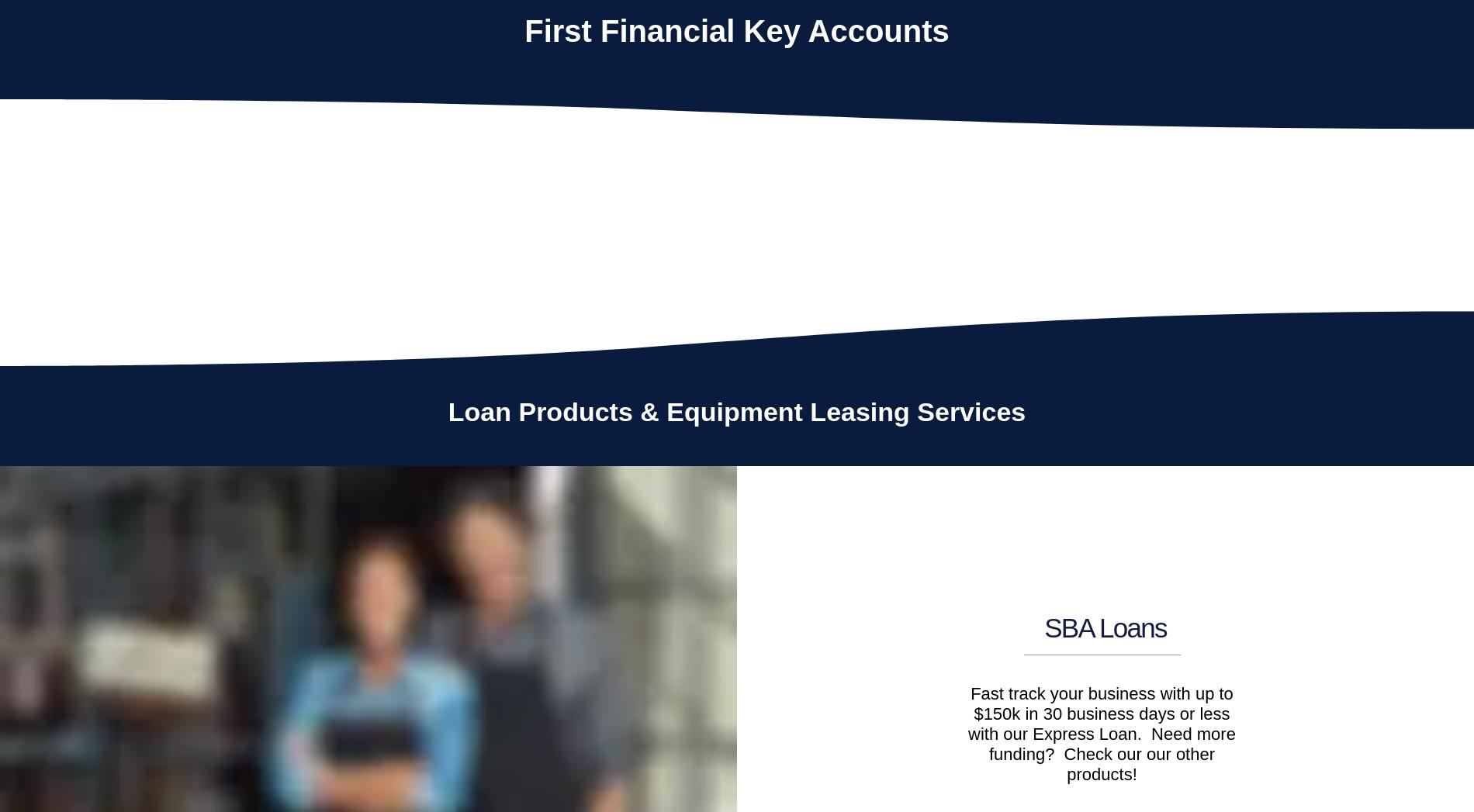  I want to click on 'Mosquito joe', so click(82, 238).